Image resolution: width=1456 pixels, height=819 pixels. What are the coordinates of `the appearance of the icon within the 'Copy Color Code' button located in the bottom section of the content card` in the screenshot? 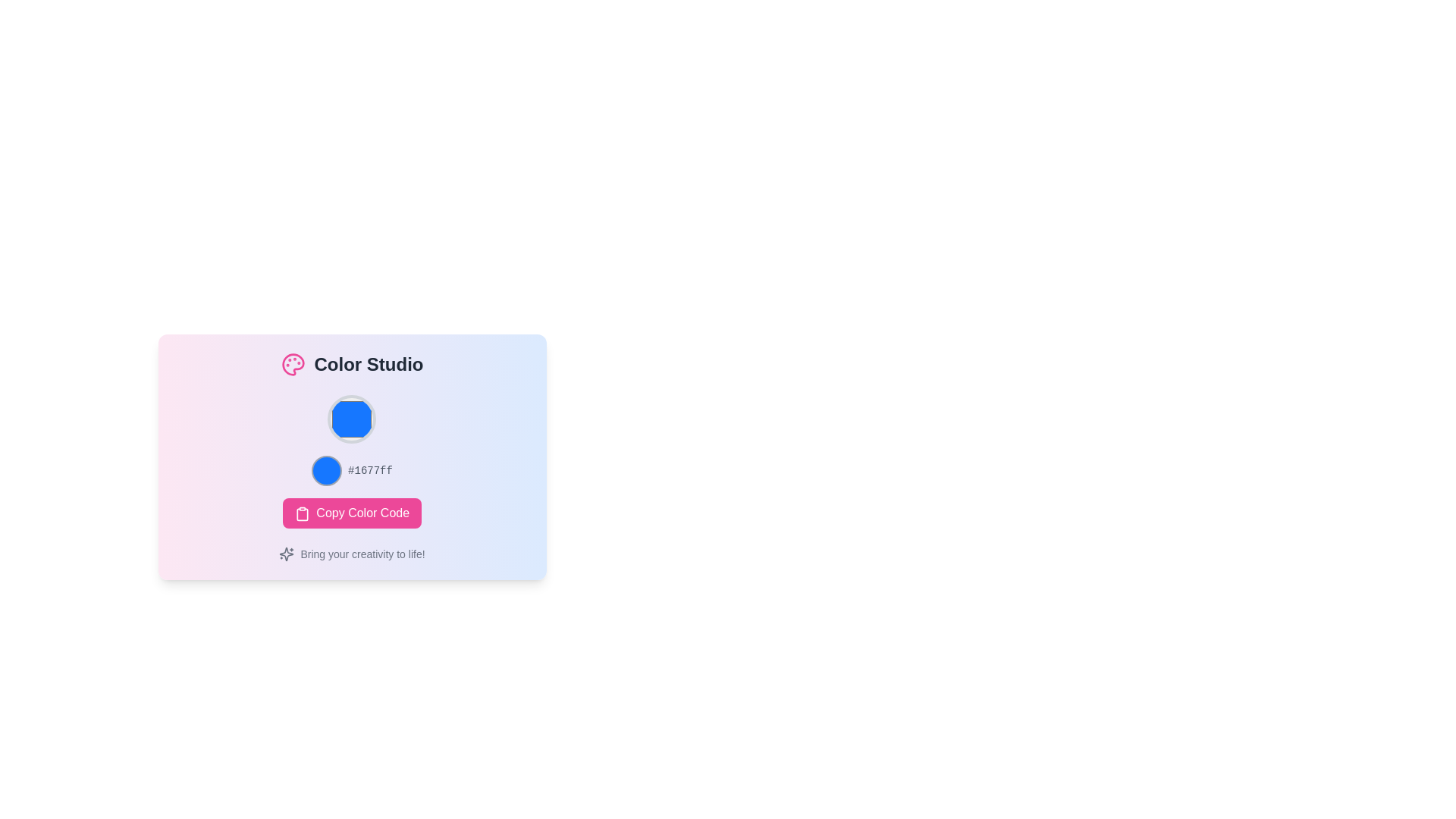 It's located at (302, 513).